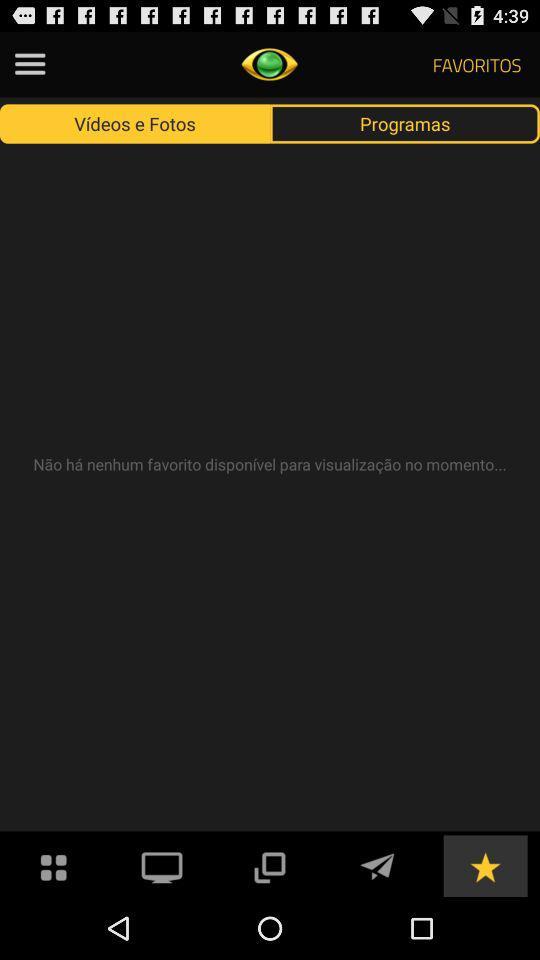 The width and height of the screenshot is (540, 960). What do you see at coordinates (135, 122) in the screenshot?
I see `the item next to the programas item` at bounding box center [135, 122].